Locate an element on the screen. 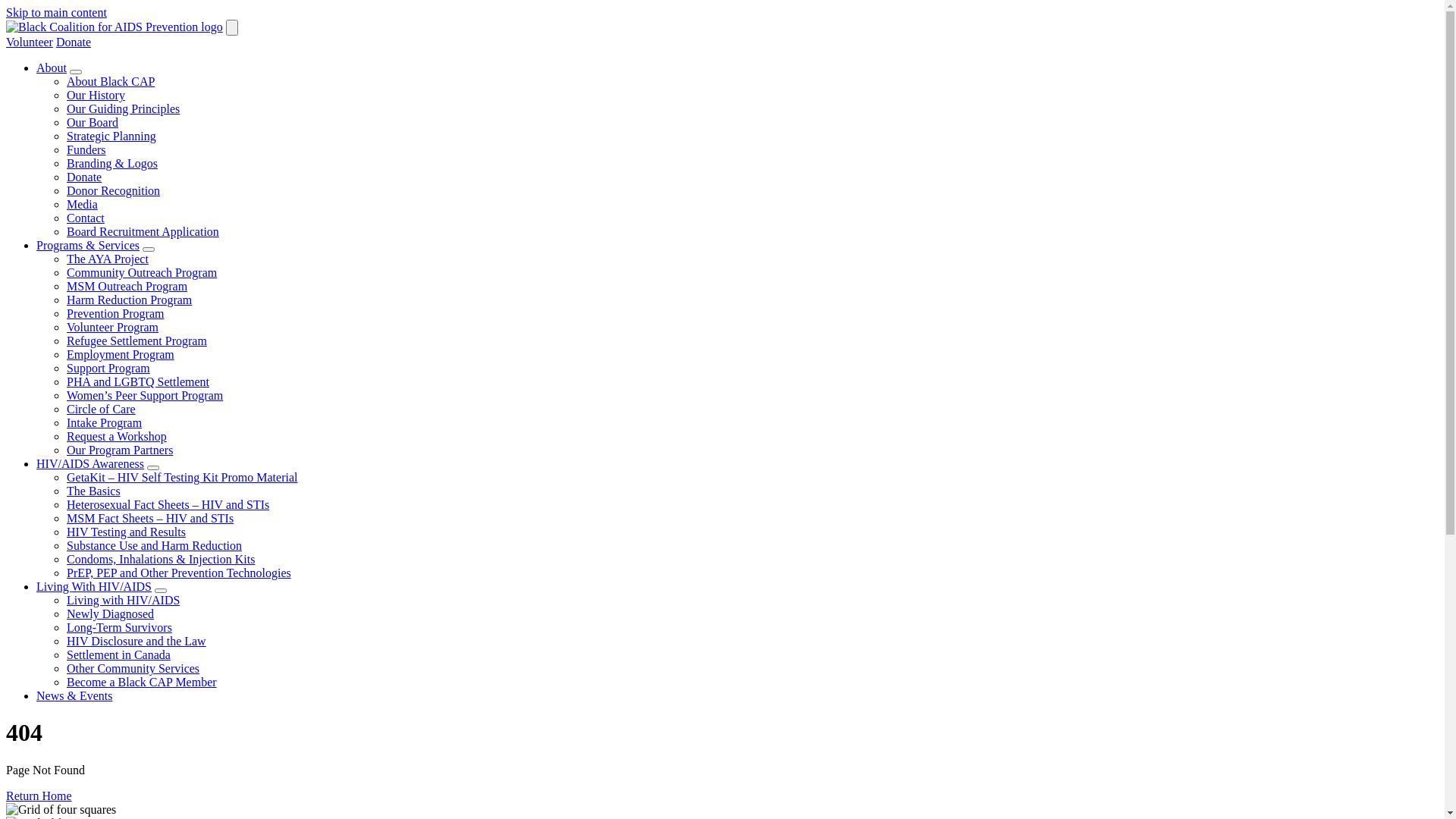  'Volunteer Program' is located at coordinates (111, 326).